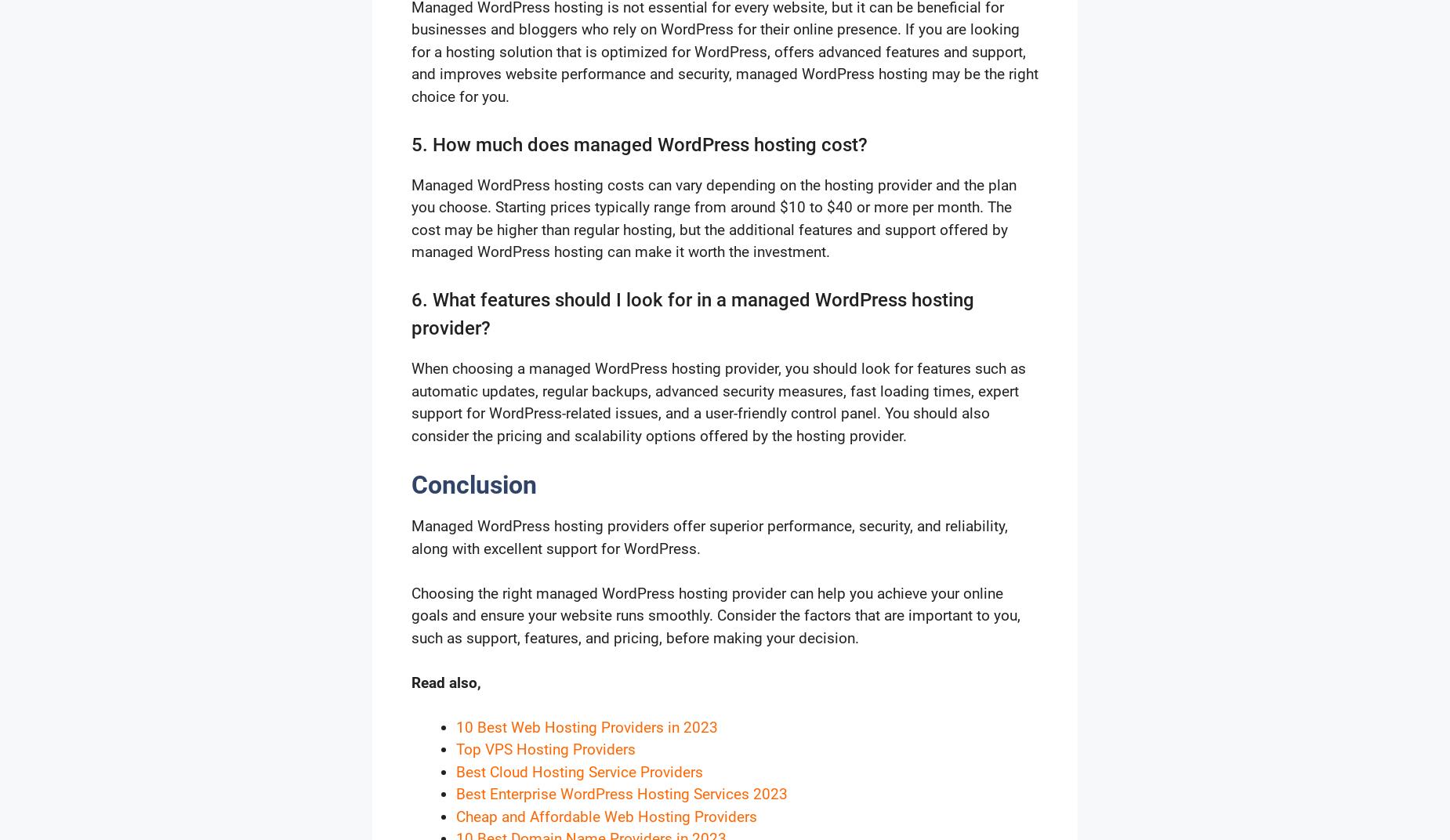 Image resolution: width=1450 pixels, height=840 pixels. Describe the element at coordinates (709, 536) in the screenshot. I see `'Managed WordPress hosting providers offer superior performance, security, and reliability, along with excellent support for WordPress.'` at that location.